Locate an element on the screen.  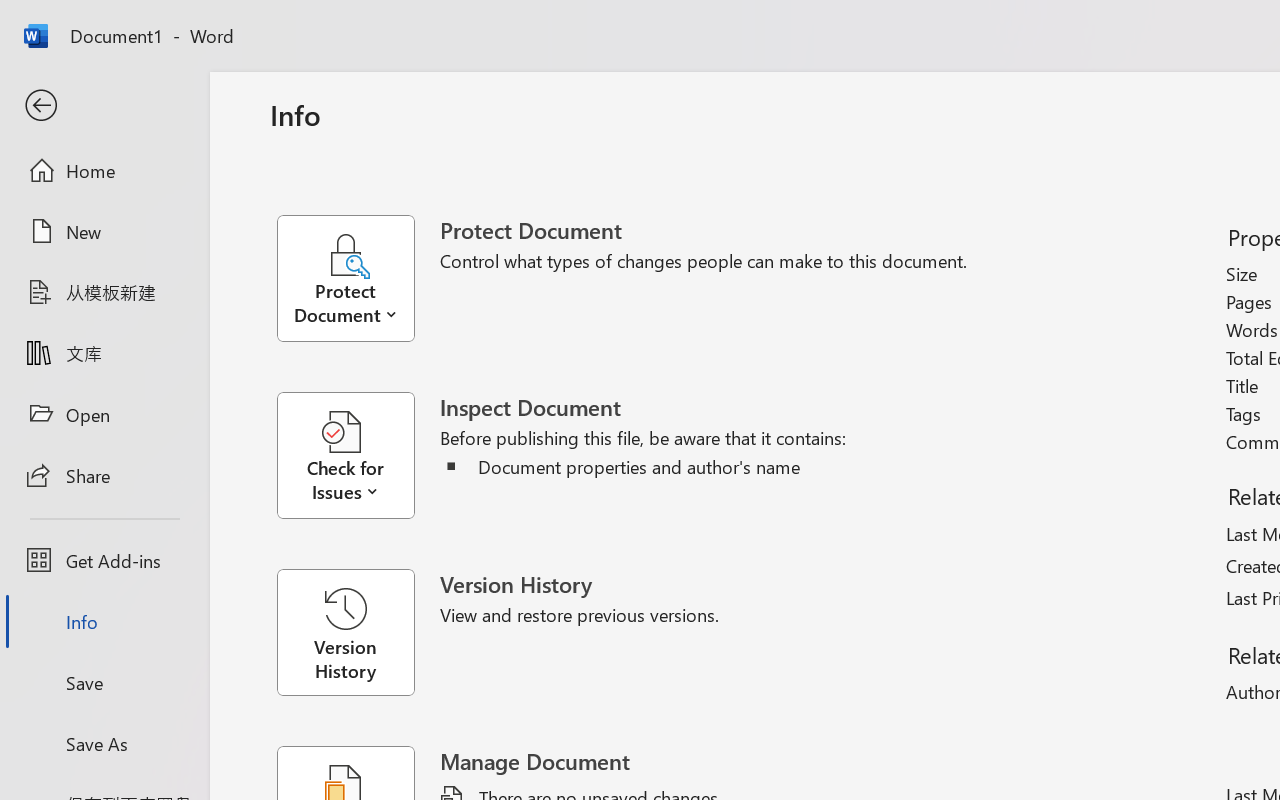
'Get Add-ins' is located at coordinates (103, 560).